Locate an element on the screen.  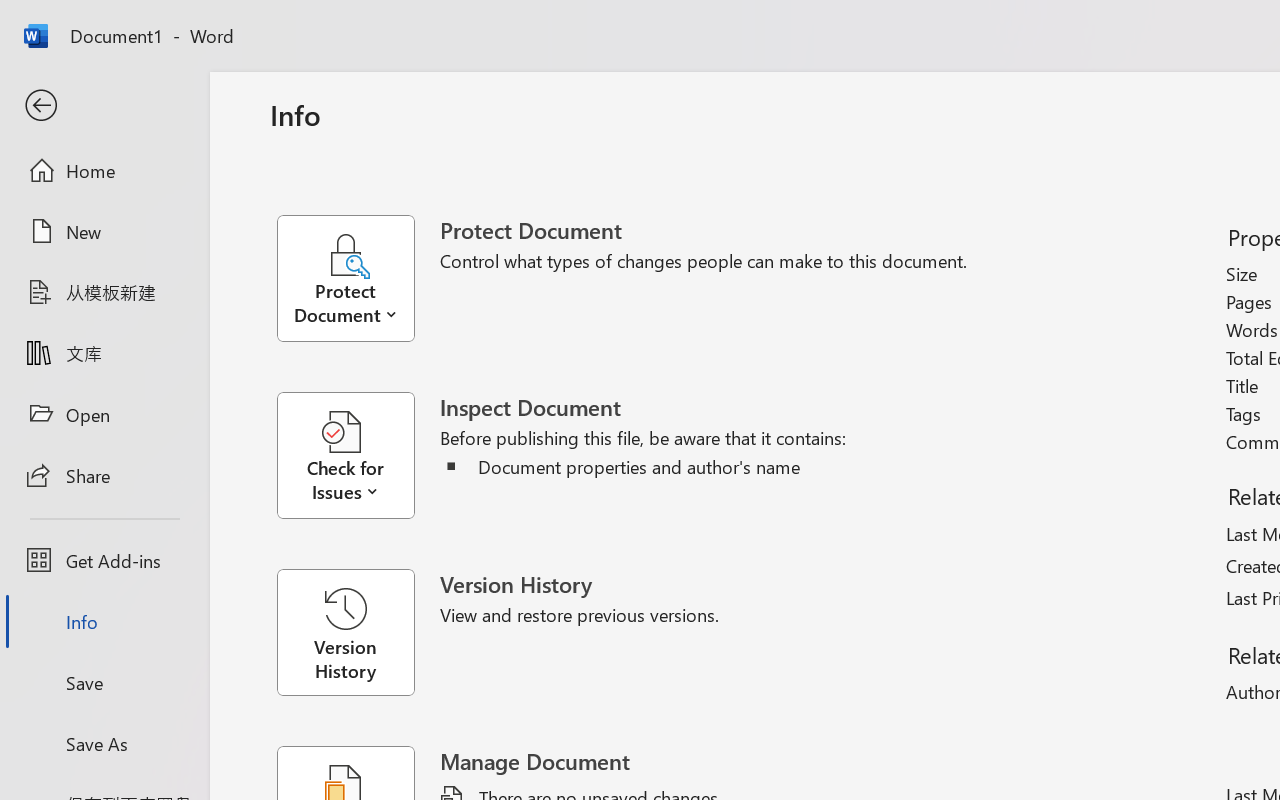
'Get Add-ins' is located at coordinates (103, 560).